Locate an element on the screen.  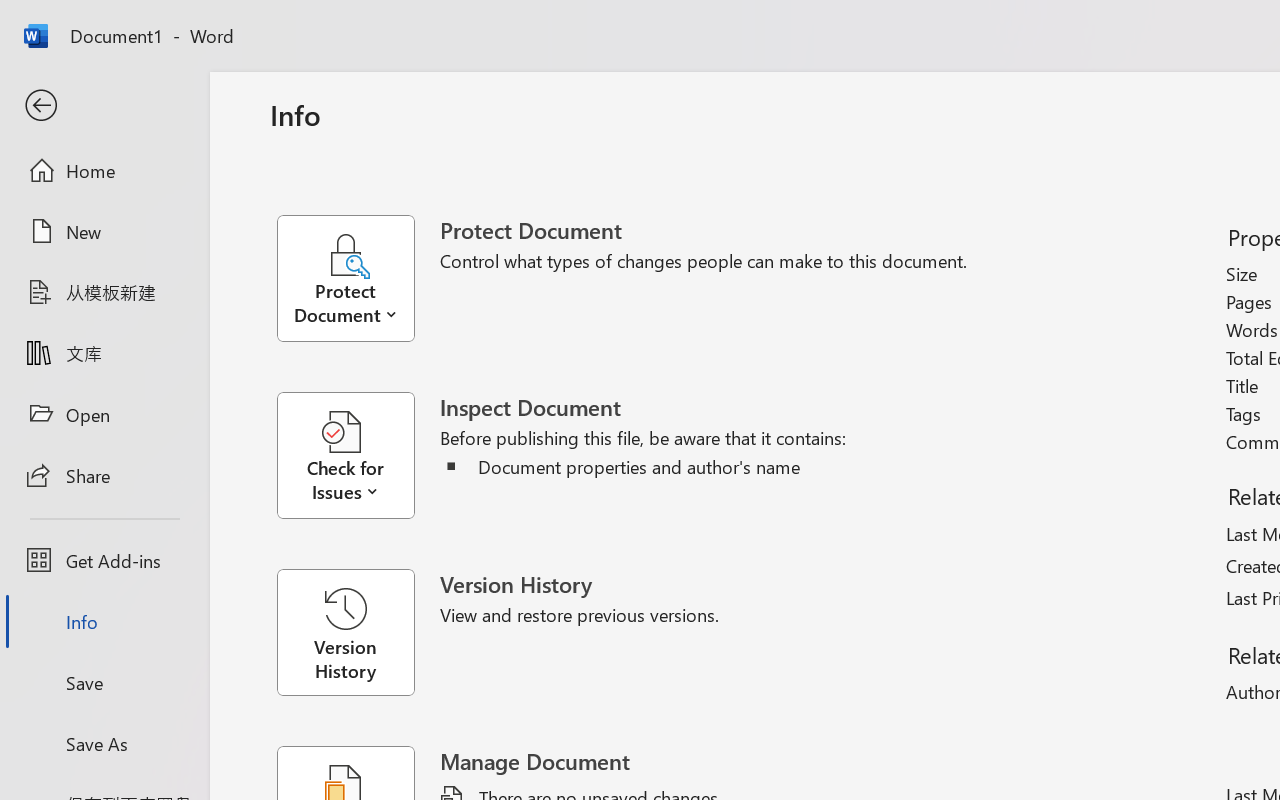
'Get Add-ins' is located at coordinates (103, 560).